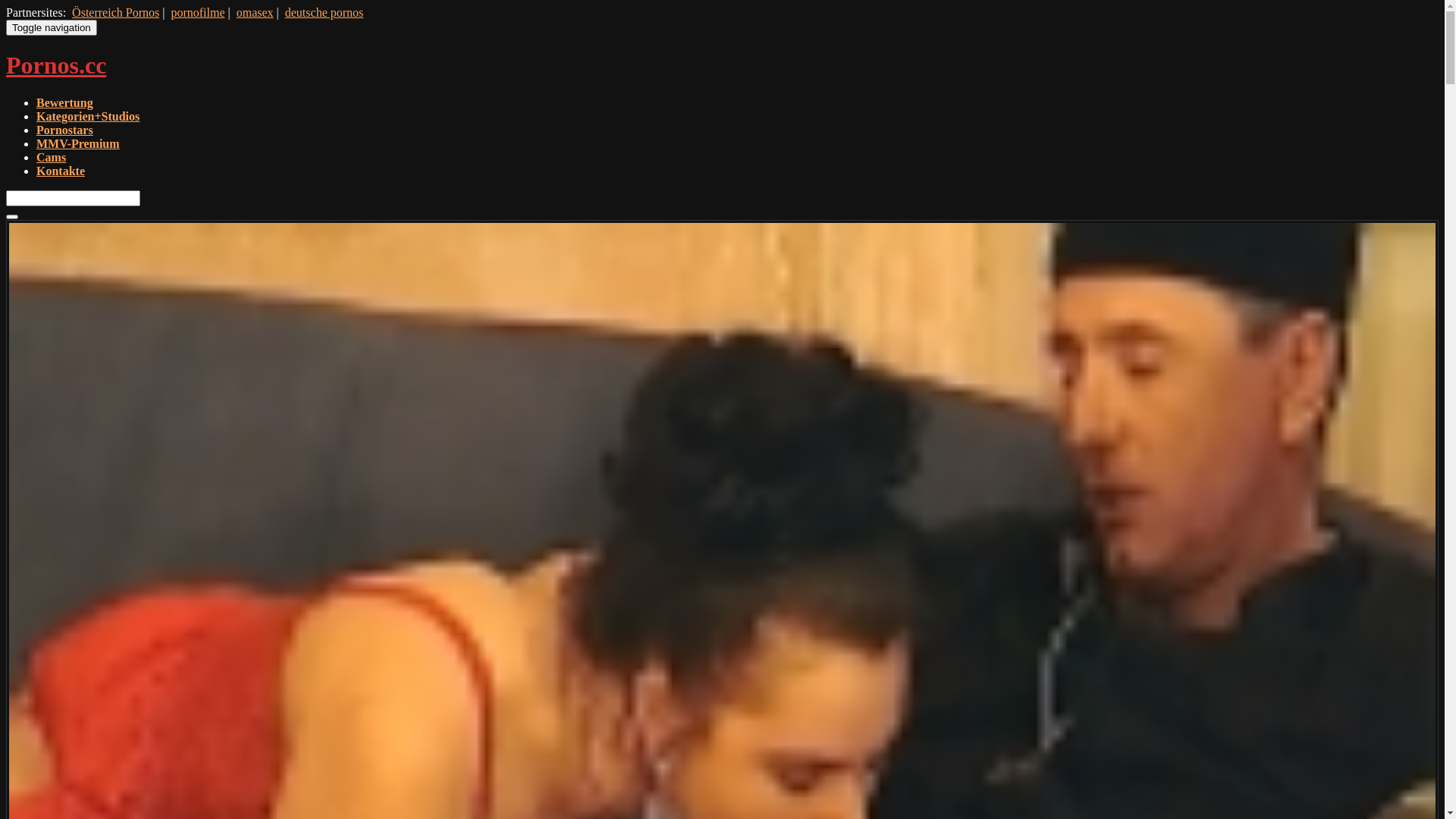 This screenshot has height=819, width=1456. What do you see at coordinates (51, 27) in the screenshot?
I see `'Toggle navigation'` at bounding box center [51, 27].